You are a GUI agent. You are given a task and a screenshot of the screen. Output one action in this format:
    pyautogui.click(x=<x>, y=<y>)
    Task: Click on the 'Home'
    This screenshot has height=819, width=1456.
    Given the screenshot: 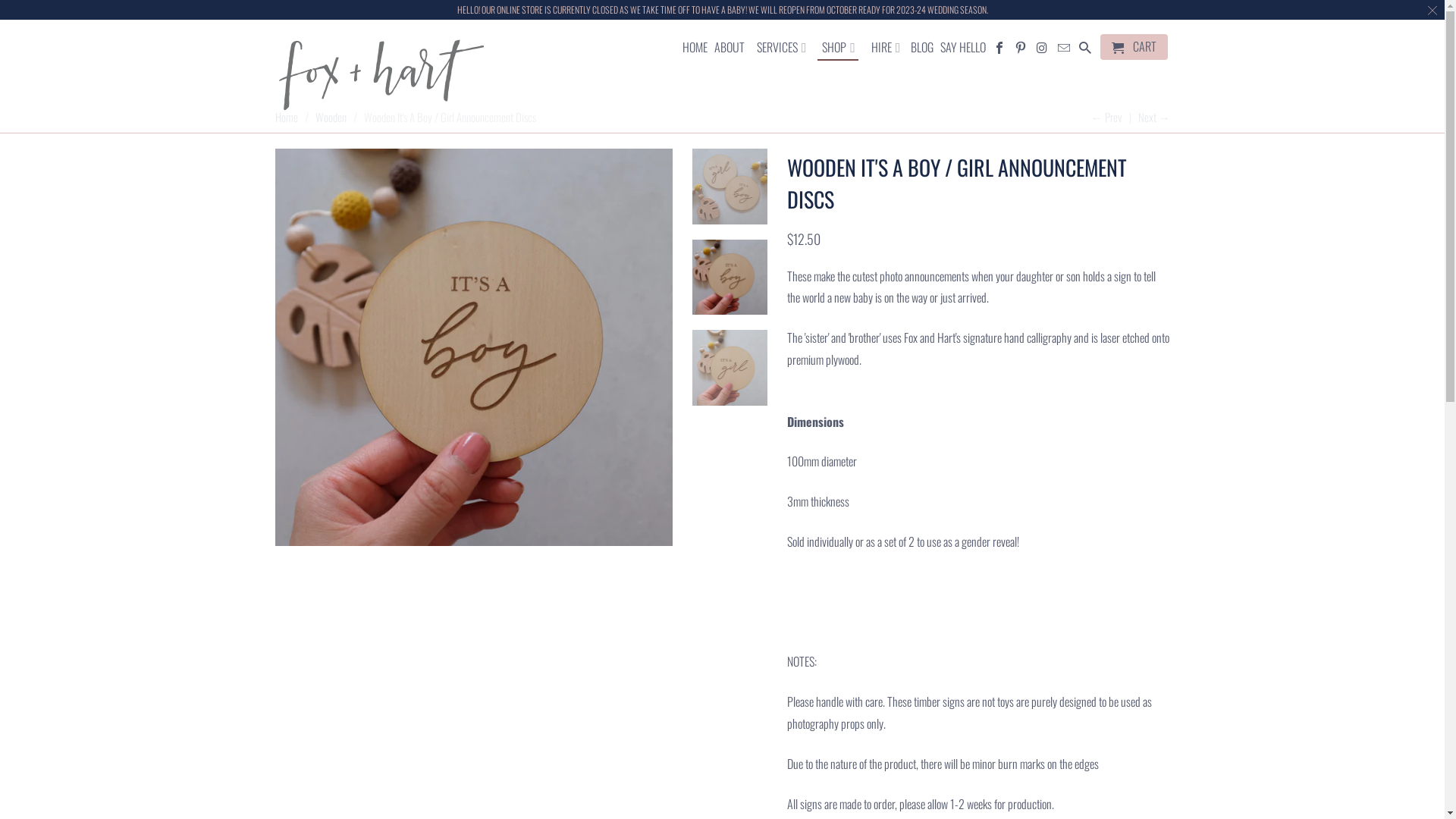 What is the action you would take?
    pyautogui.click(x=286, y=116)
    